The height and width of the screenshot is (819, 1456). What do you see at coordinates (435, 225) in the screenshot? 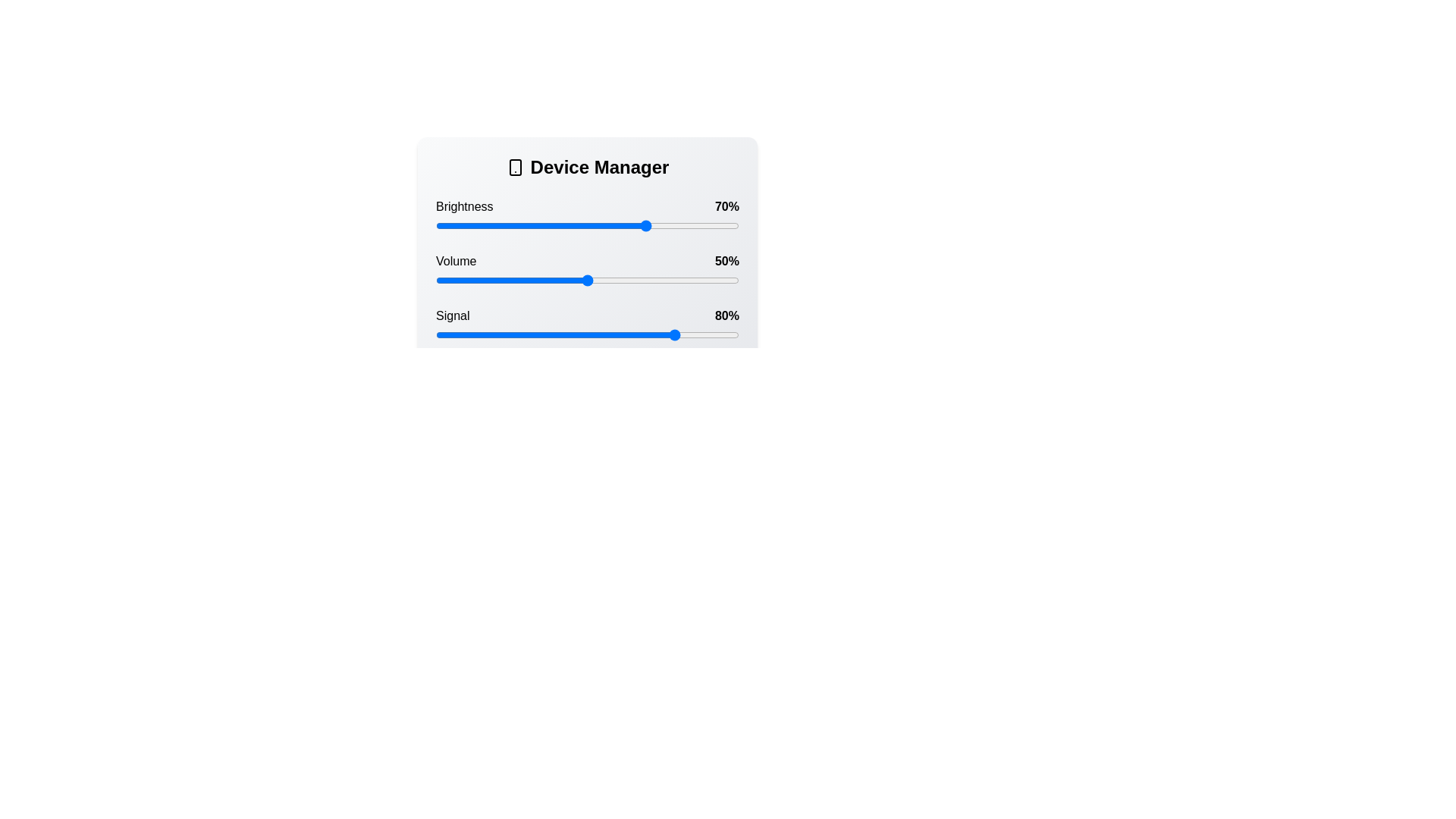
I see `the brightness slider to 0%` at bounding box center [435, 225].